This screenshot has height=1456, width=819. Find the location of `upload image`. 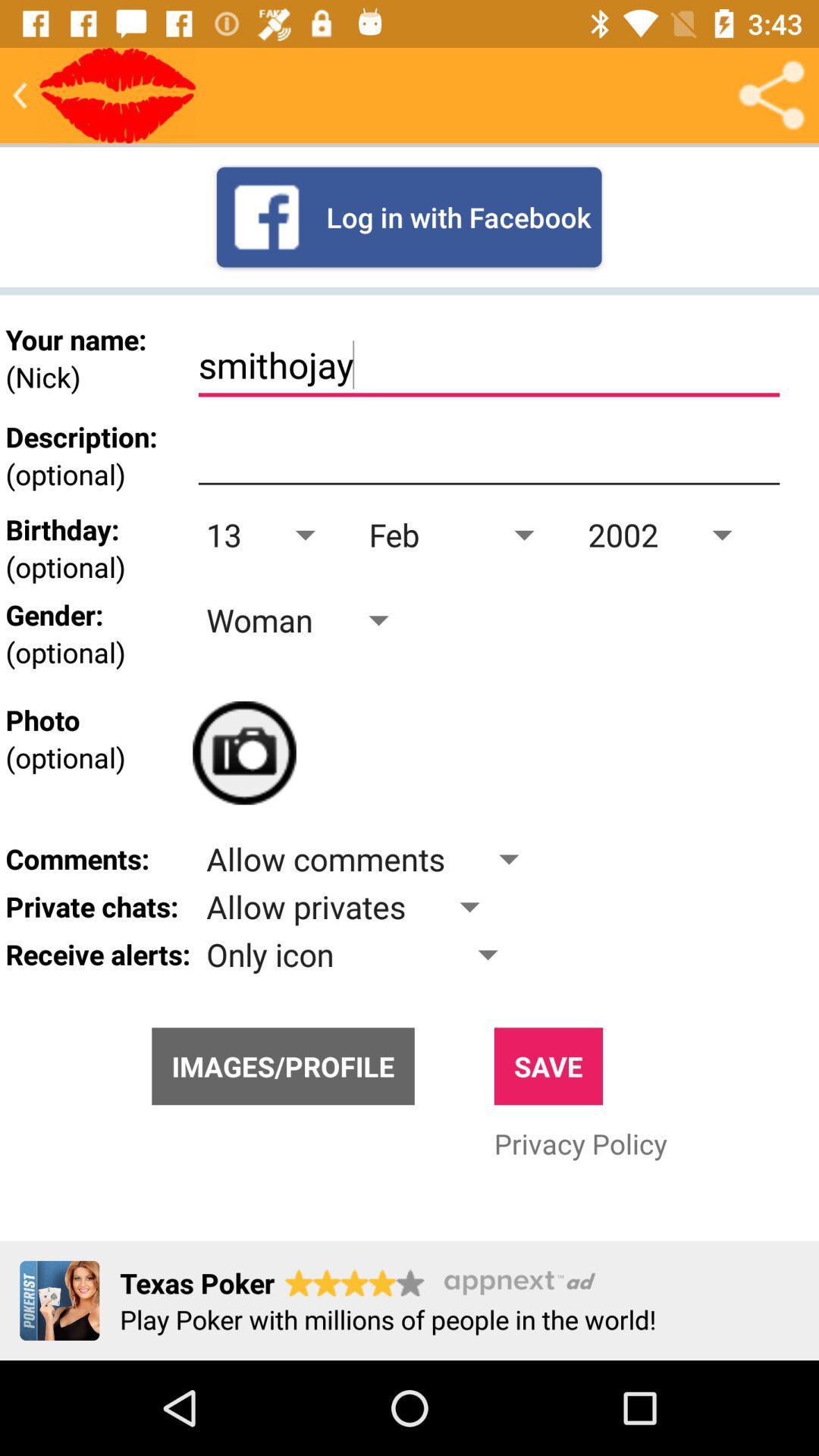

upload image is located at coordinates (243, 753).